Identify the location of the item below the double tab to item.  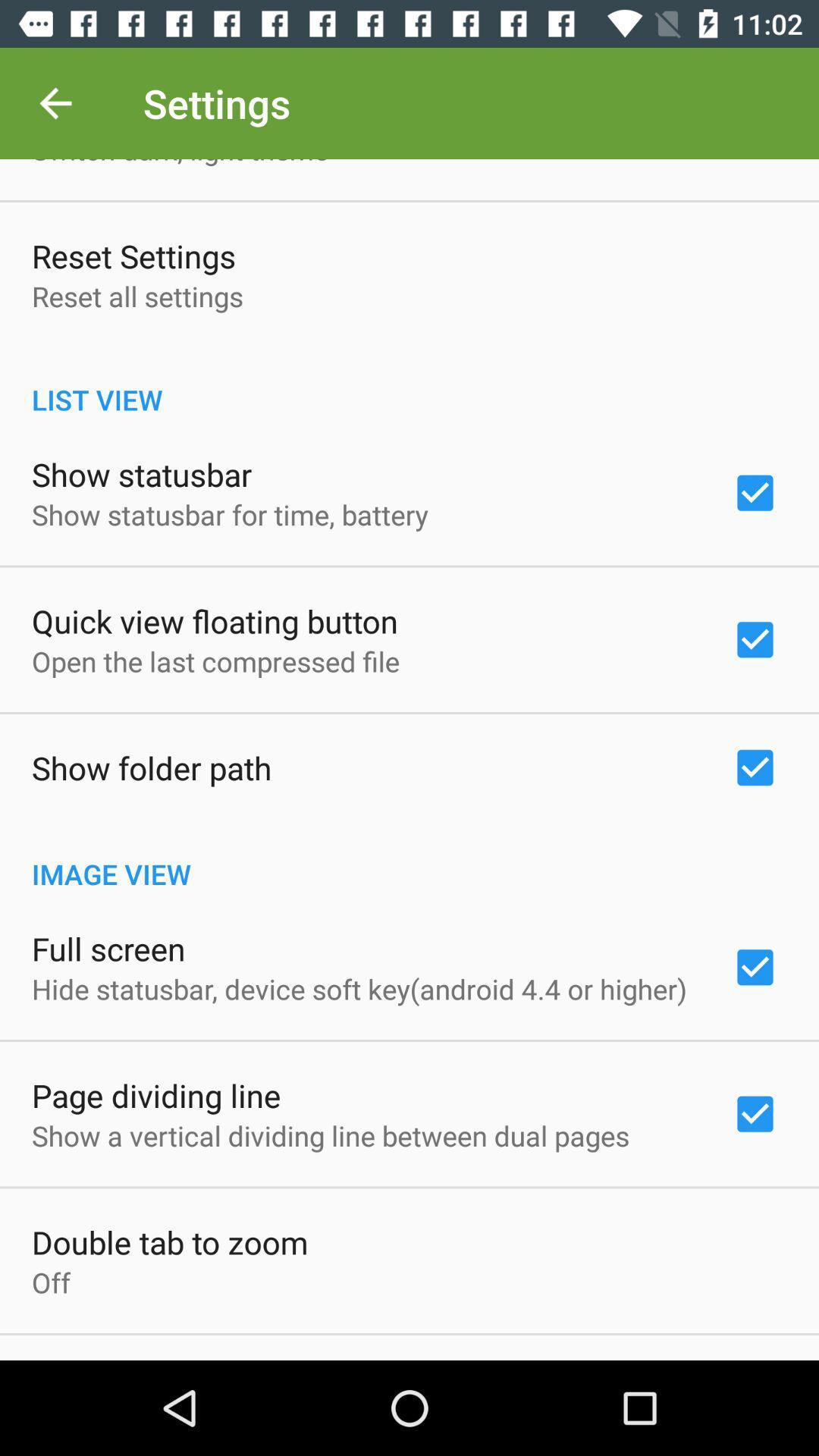
(50, 1282).